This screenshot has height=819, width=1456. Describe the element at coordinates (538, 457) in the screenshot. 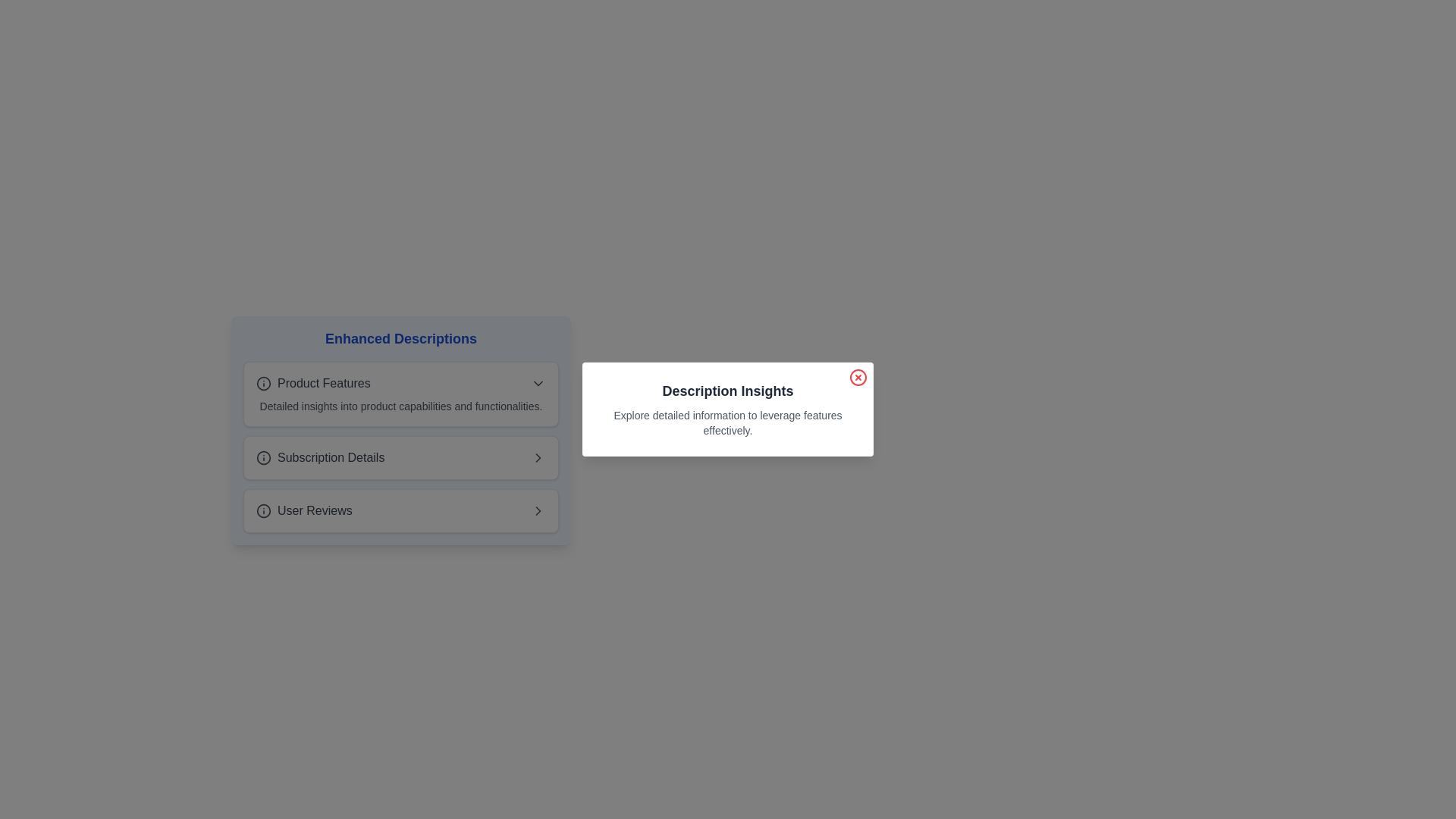

I see `the chevron icon on the right side of the 'Subscription Details' option` at that location.